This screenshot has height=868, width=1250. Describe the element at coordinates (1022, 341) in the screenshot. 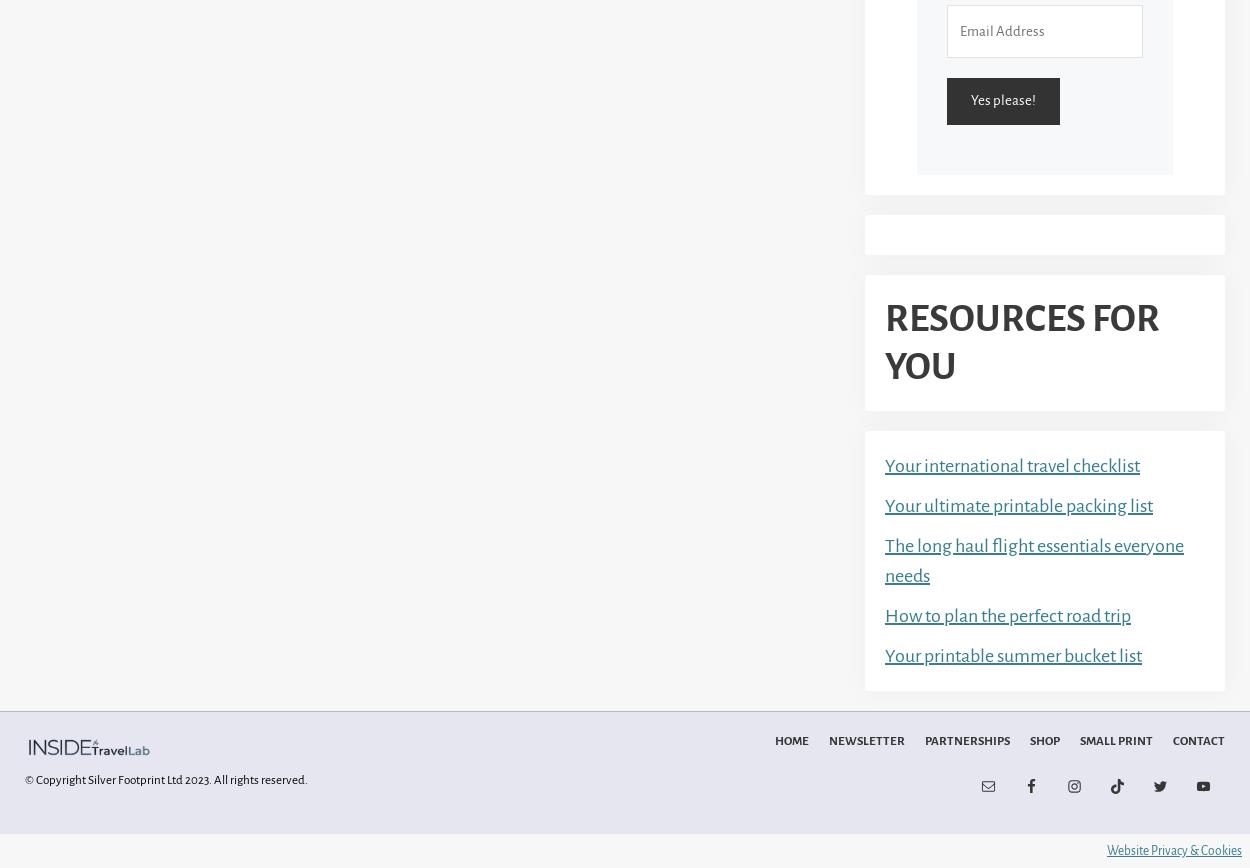

I see `'RESOURCES FOR YOU'` at that location.